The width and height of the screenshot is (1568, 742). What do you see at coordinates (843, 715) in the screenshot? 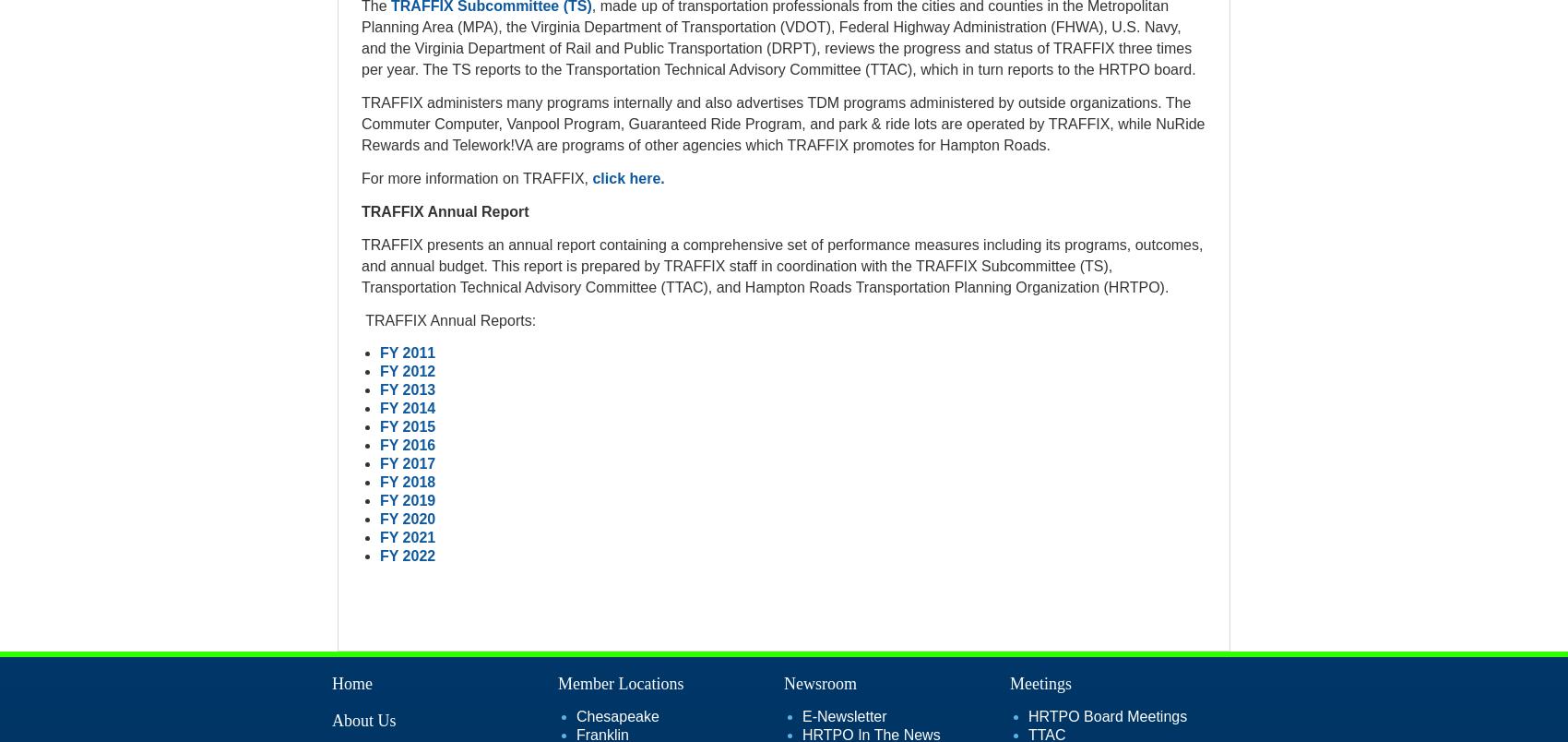
I see `'E-Newsletter'` at bounding box center [843, 715].